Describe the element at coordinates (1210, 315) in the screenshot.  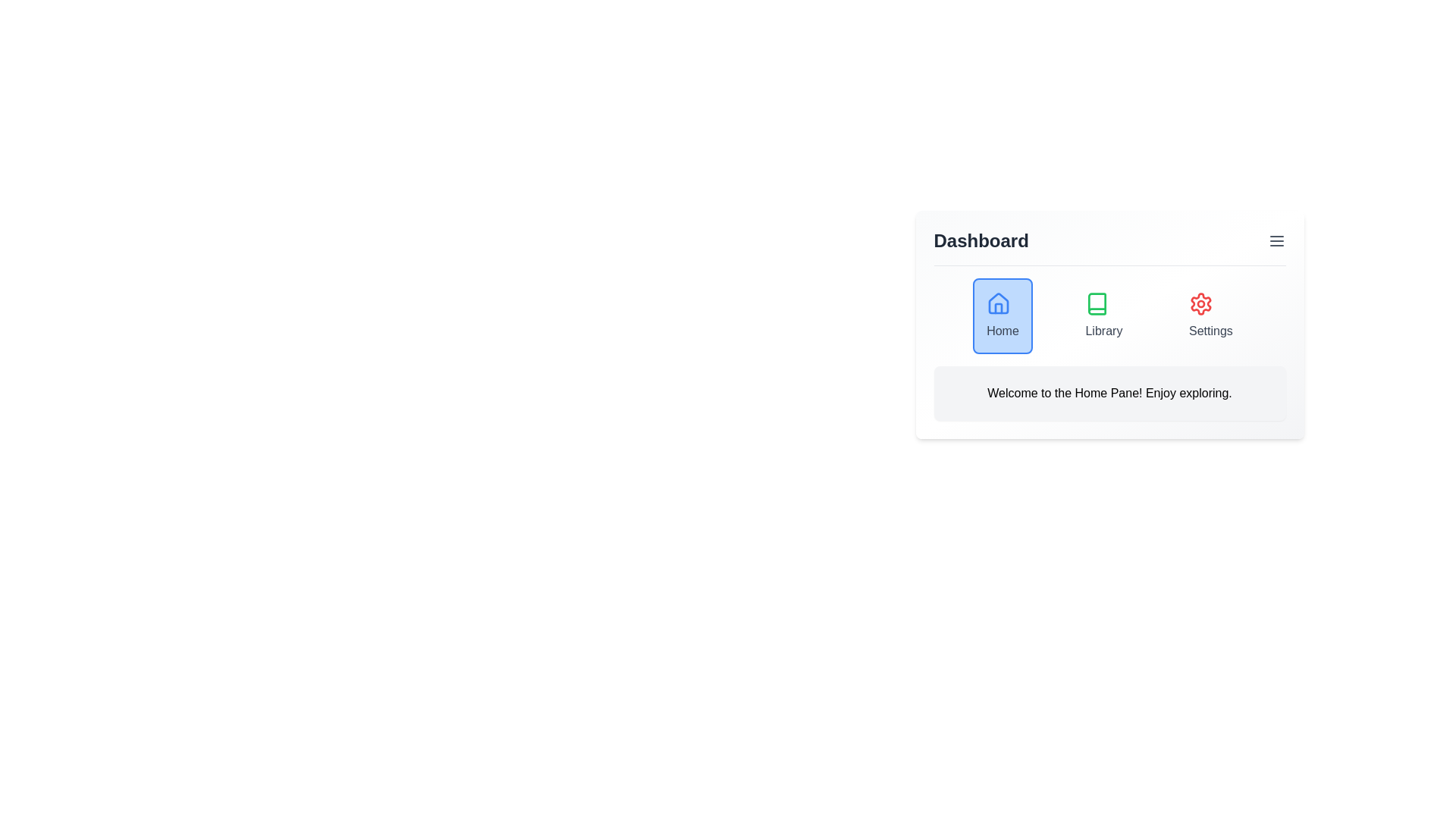
I see `the 'Settings' button, which is a rounded rectangular button with a red gear icon above medium gray text, positioned as the third option in a horizontal row of three elements` at that location.